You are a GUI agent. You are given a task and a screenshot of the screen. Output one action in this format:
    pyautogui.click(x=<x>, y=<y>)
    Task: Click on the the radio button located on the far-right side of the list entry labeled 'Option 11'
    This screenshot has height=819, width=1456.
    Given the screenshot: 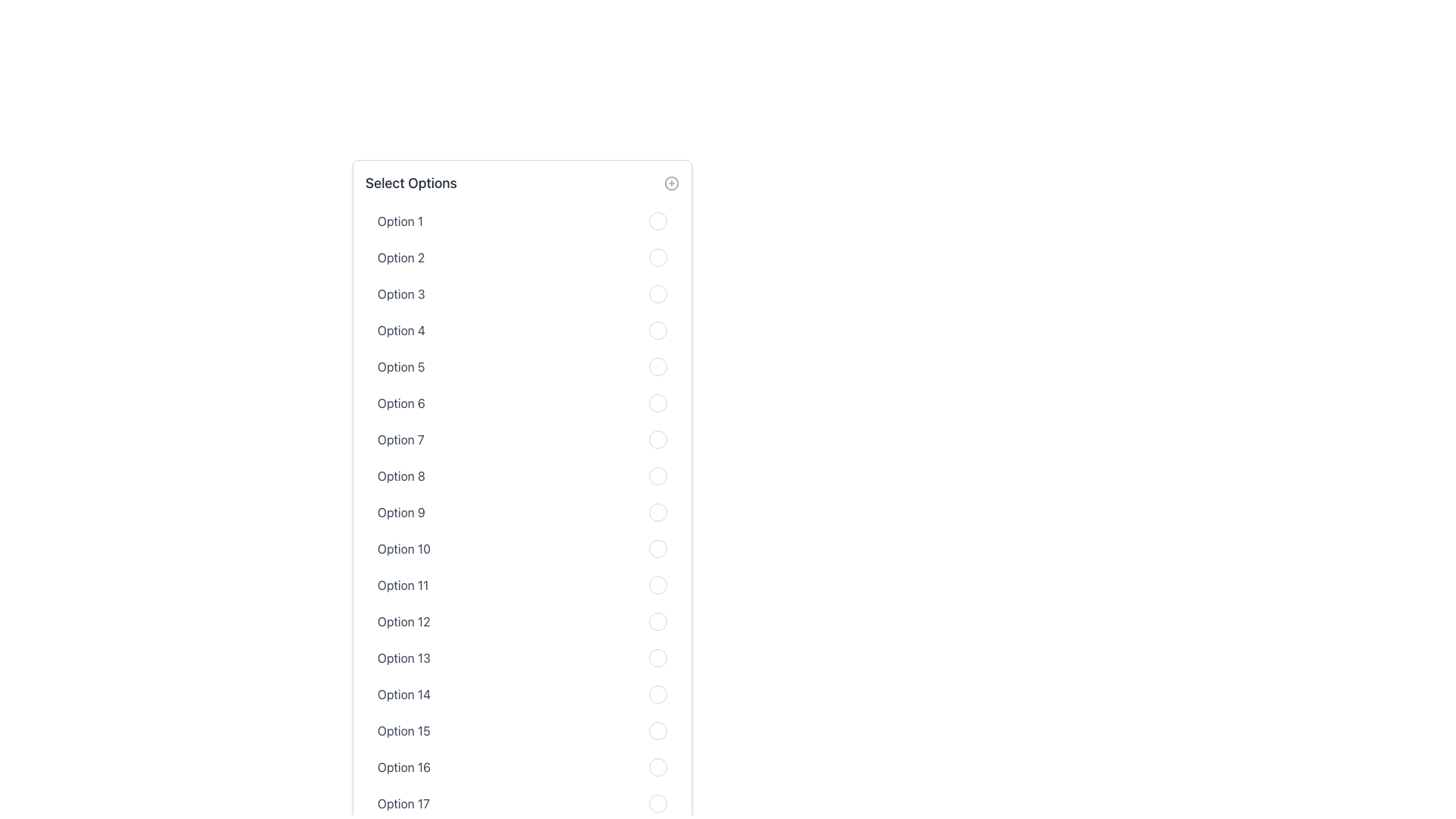 What is the action you would take?
    pyautogui.click(x=658, y=584)
    